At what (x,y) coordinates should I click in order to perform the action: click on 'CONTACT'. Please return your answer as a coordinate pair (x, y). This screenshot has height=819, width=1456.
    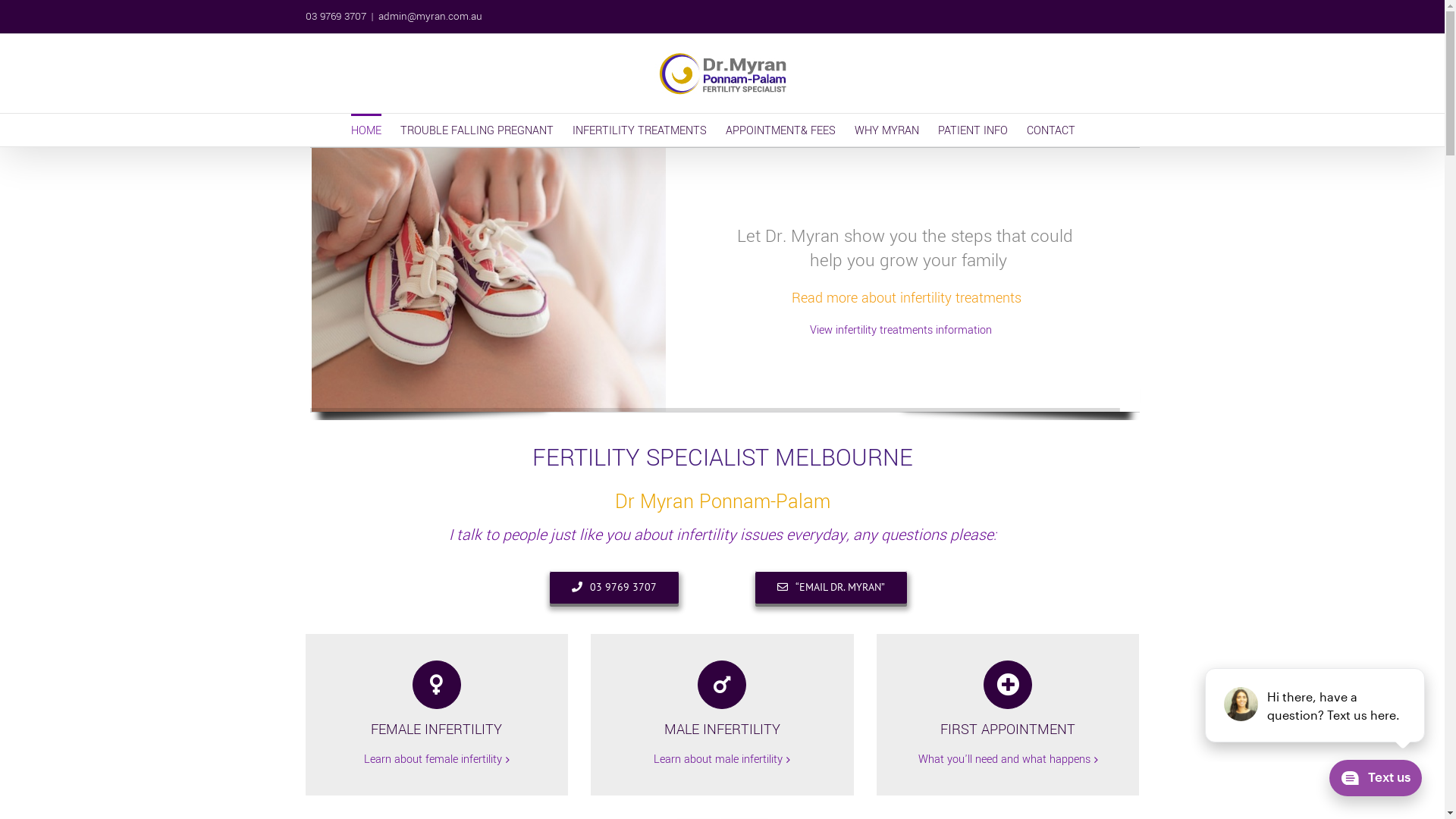
    Looking at the image, I should click on (1050, 129).